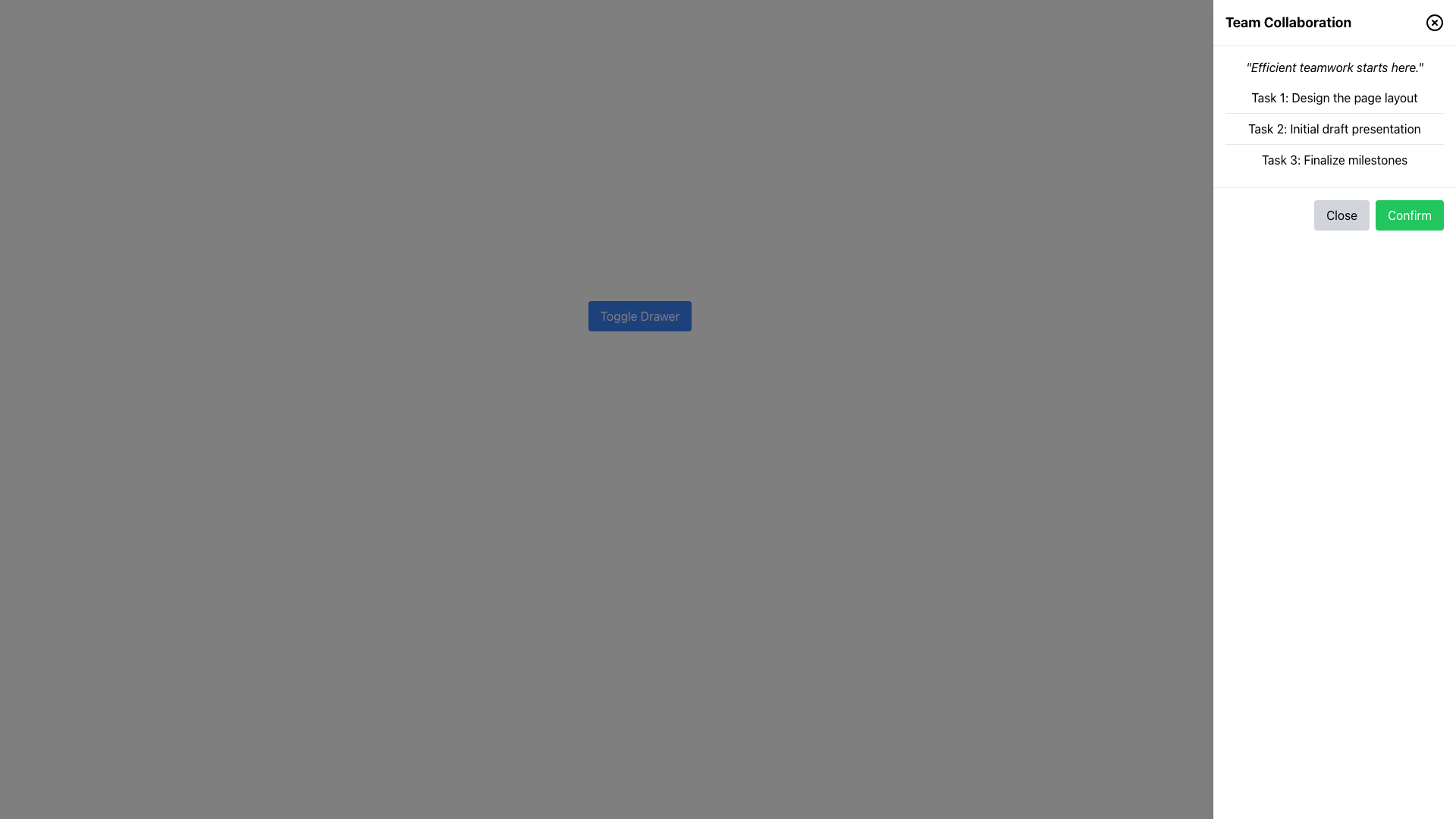 This screenshot has height=819, width=1456. Describe the element at coordinates (1433, 23) in the screenshot. I see `the circular close button with a red 'X' in the upper-right corner of the 'Team Collaboration' header` at that location.